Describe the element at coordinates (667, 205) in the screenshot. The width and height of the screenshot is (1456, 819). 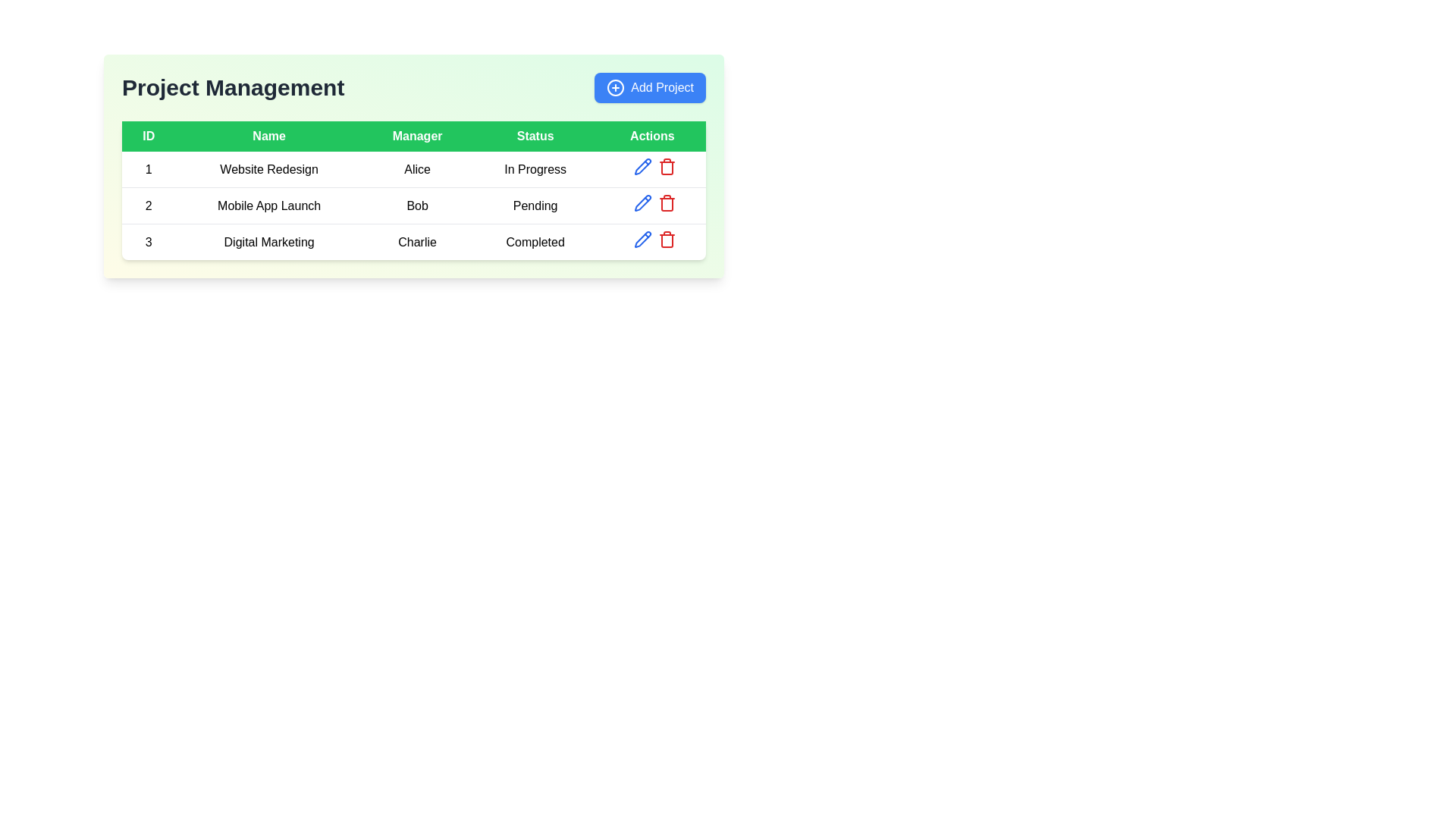
I see `the central part of the trash can icon located in the 'Actions' column of the third row of the table to signify a delete action` at that location.